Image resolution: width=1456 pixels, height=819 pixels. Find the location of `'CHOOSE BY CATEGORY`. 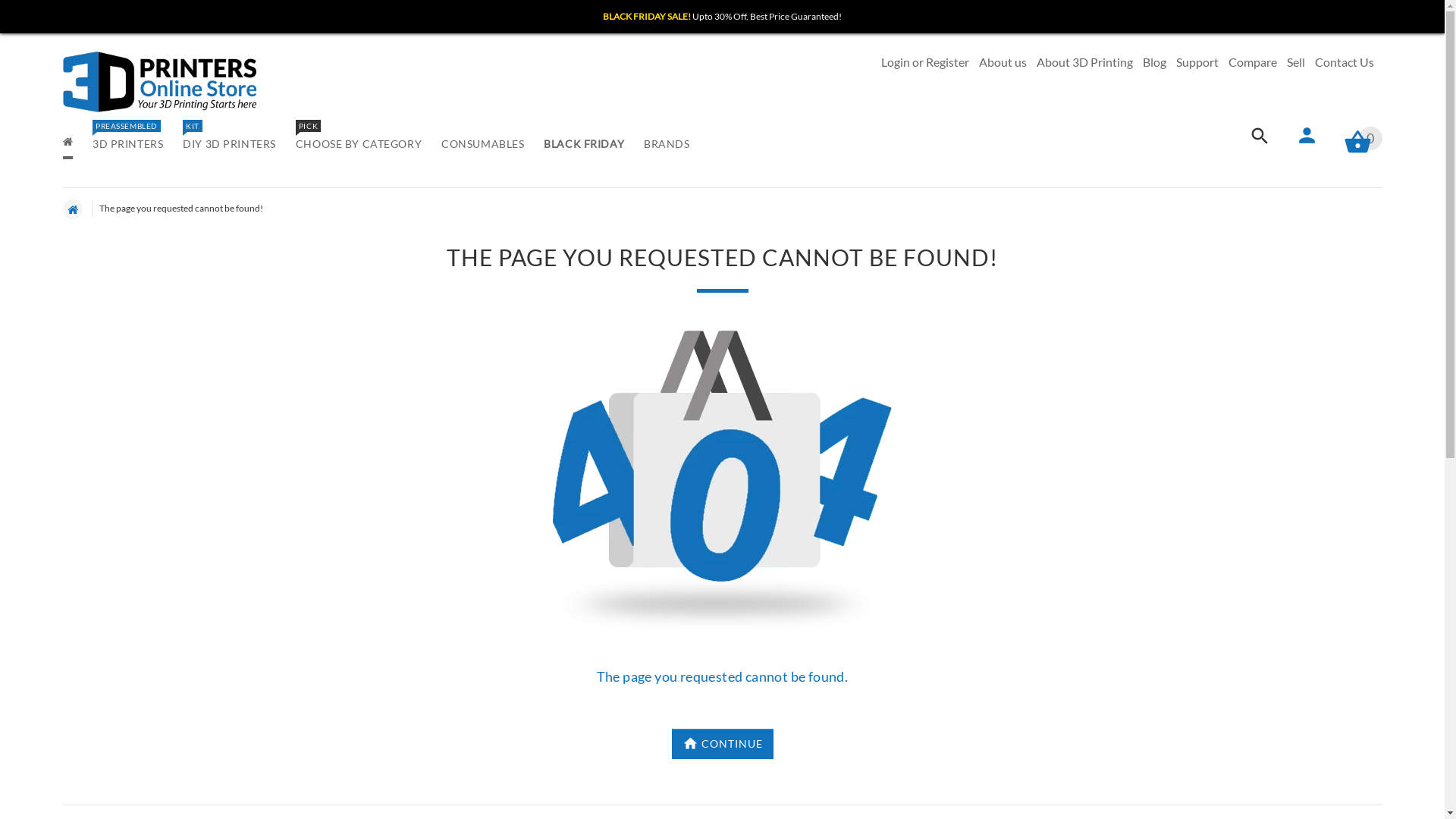

'CHOOSE BY CATEGORY is located at coordinates (358, 145).